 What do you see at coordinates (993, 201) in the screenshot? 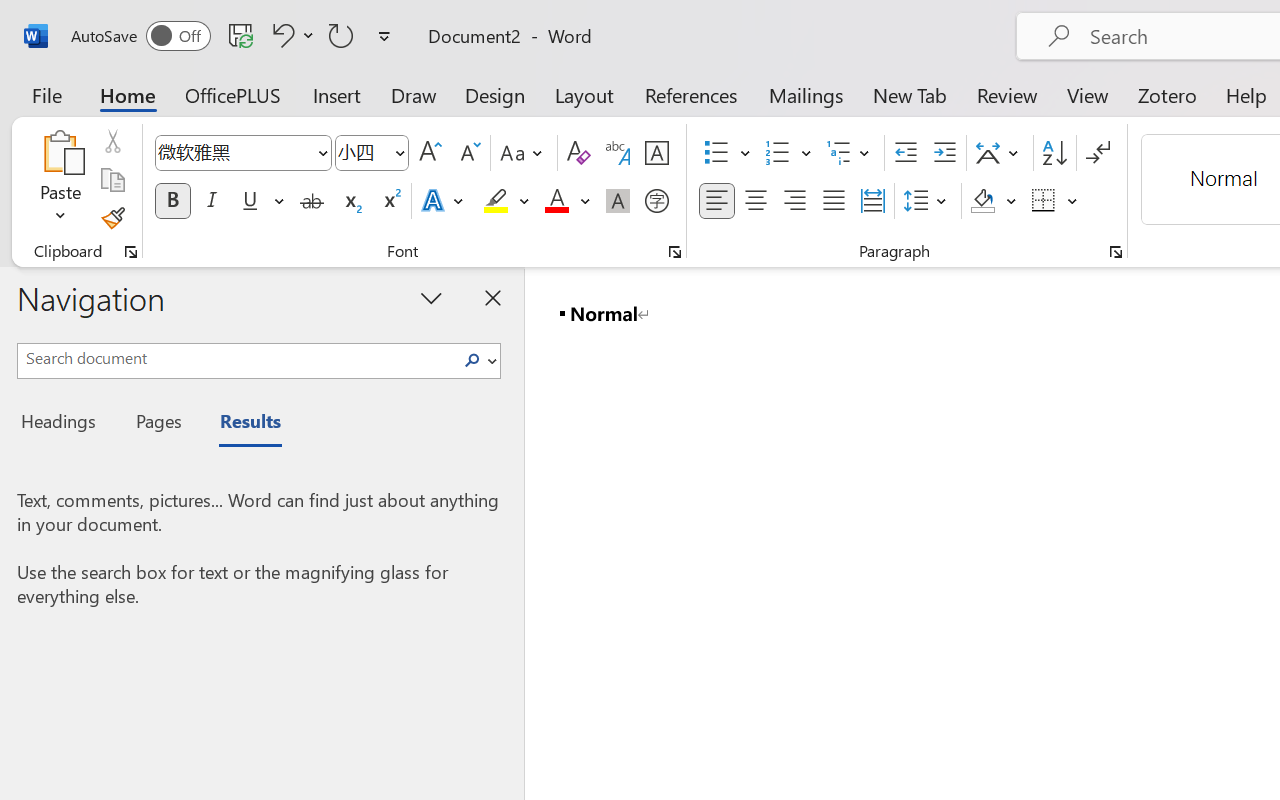
I see `'Shading'` at bounding box center [993, 201].